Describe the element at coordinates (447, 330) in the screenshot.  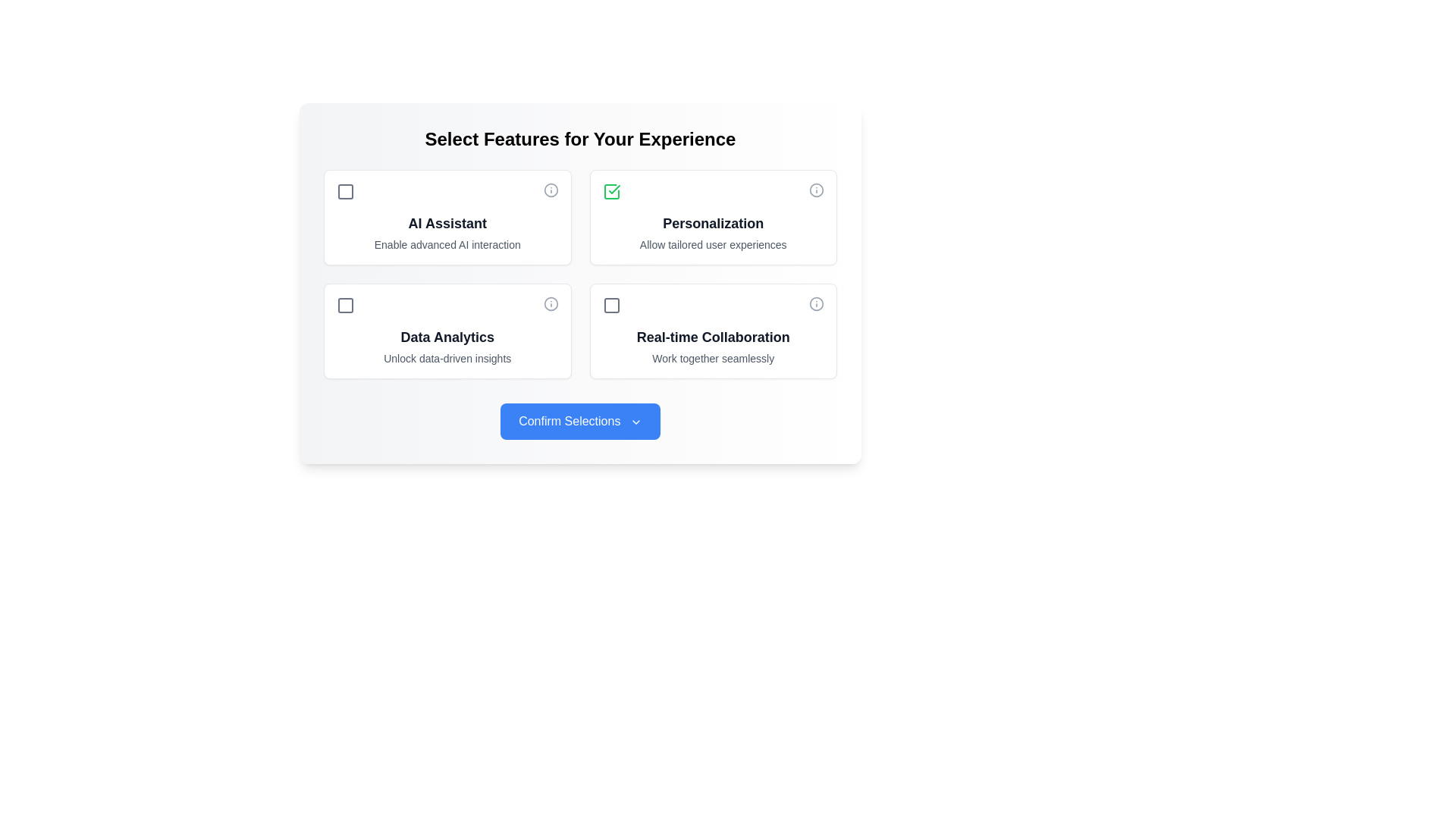
I see `the checkbox on the card located in the bottom-left portion of the 2x2 grid layout, which is the third card, directly below the 'AI Assistant' card and to the left of the 'Real-time Collaboration' card, to indicate interest in data analytics` at that location.